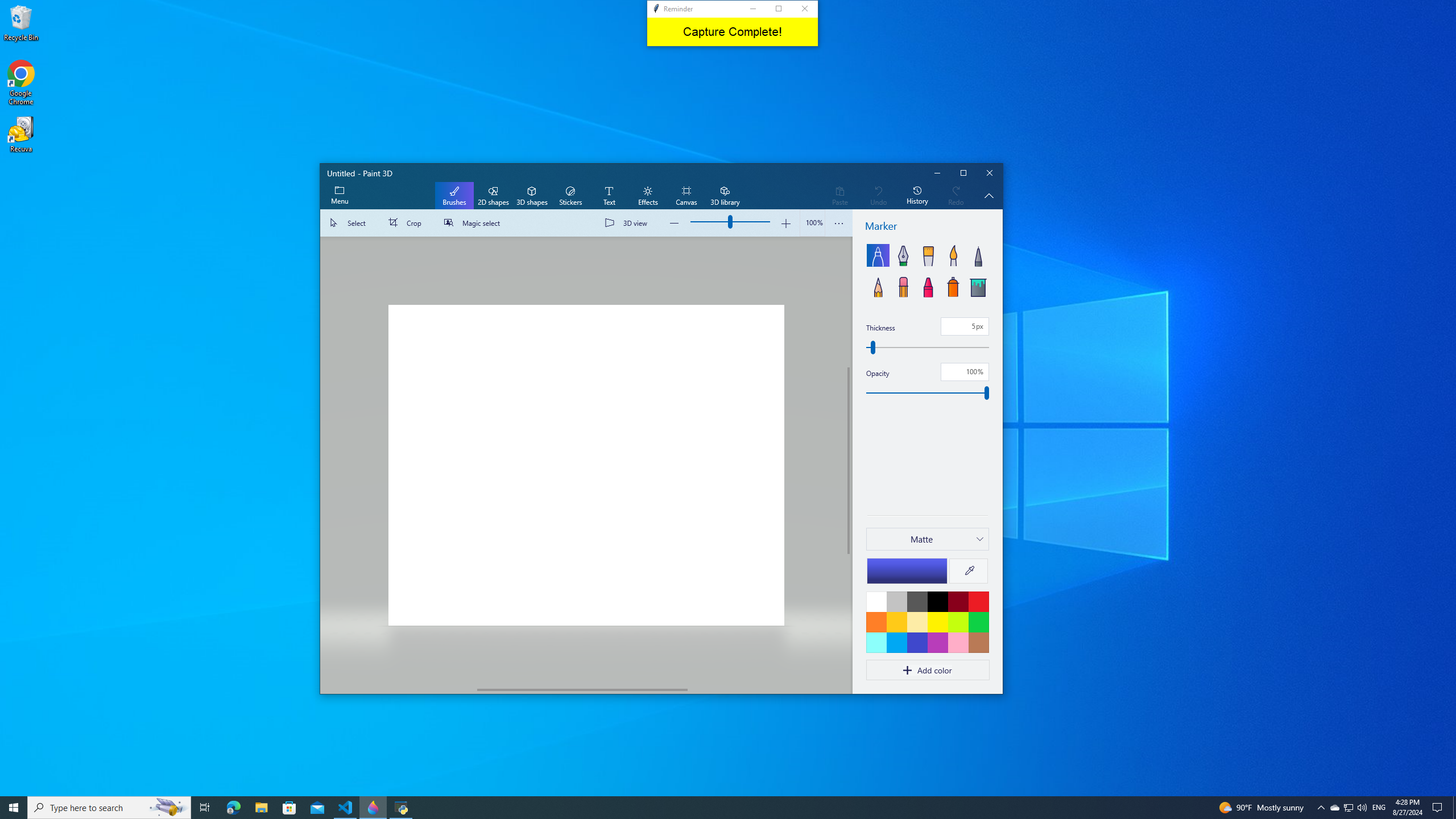 The image size is (1456, 819). Describe the element at coordinates (628, 222) in the screenshot. I see `'3D view'` at that location.